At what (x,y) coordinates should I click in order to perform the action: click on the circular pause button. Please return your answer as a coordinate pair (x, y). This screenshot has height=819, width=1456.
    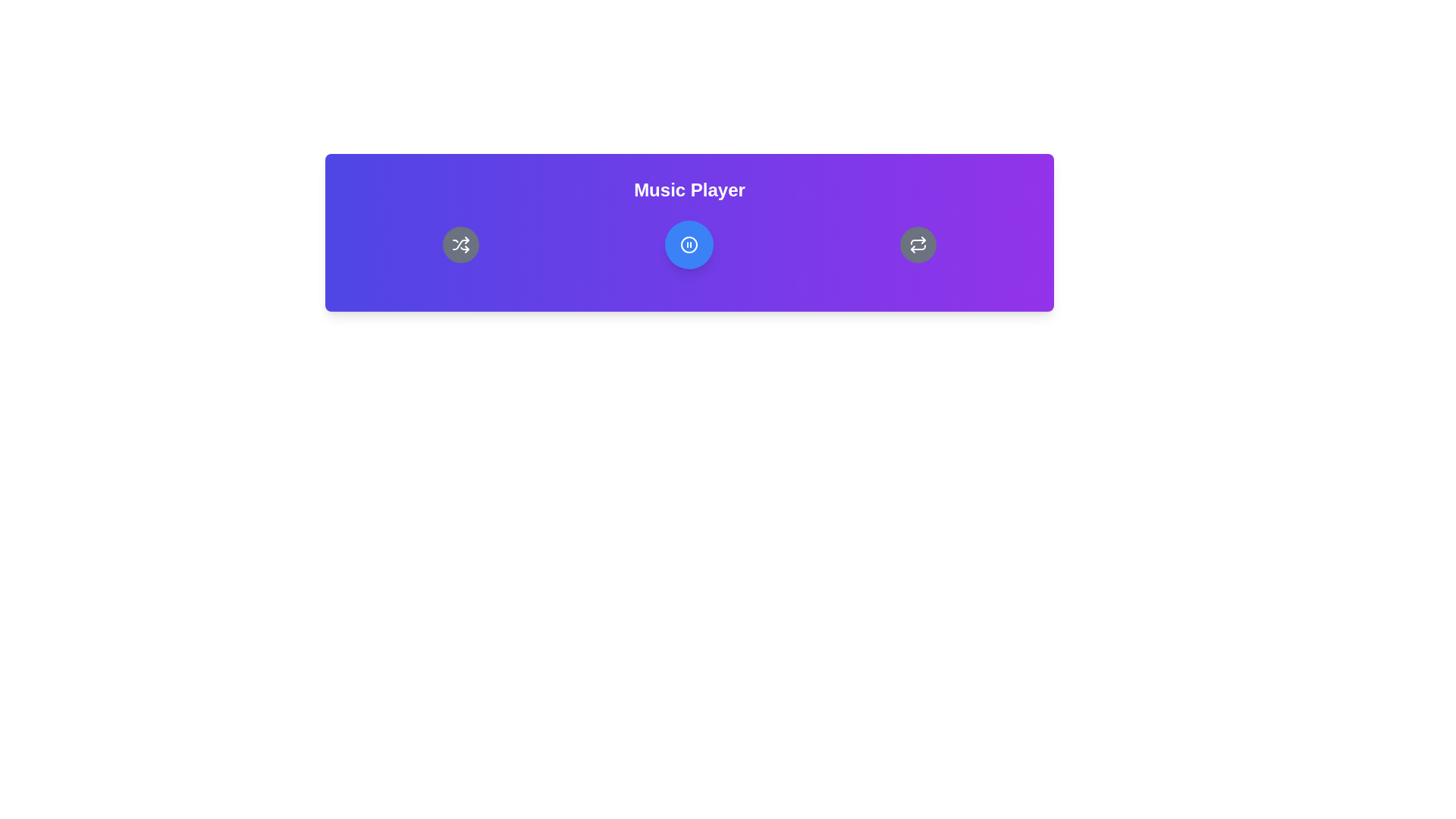
    Looking at the image, I should click on (689, 244).